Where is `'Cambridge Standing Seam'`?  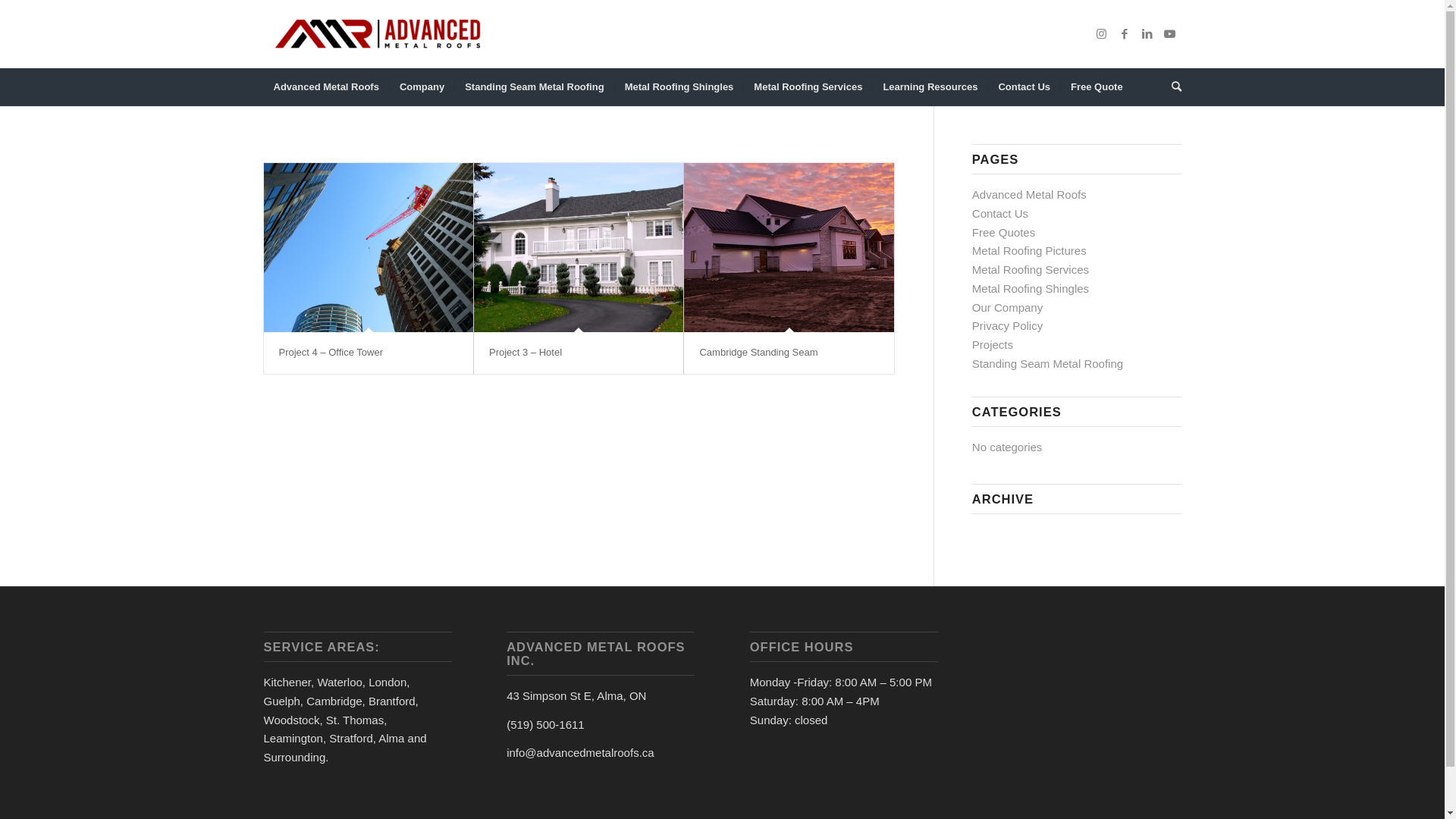 'Cambridge Standing Seam' is located at coordinates (789, 246).